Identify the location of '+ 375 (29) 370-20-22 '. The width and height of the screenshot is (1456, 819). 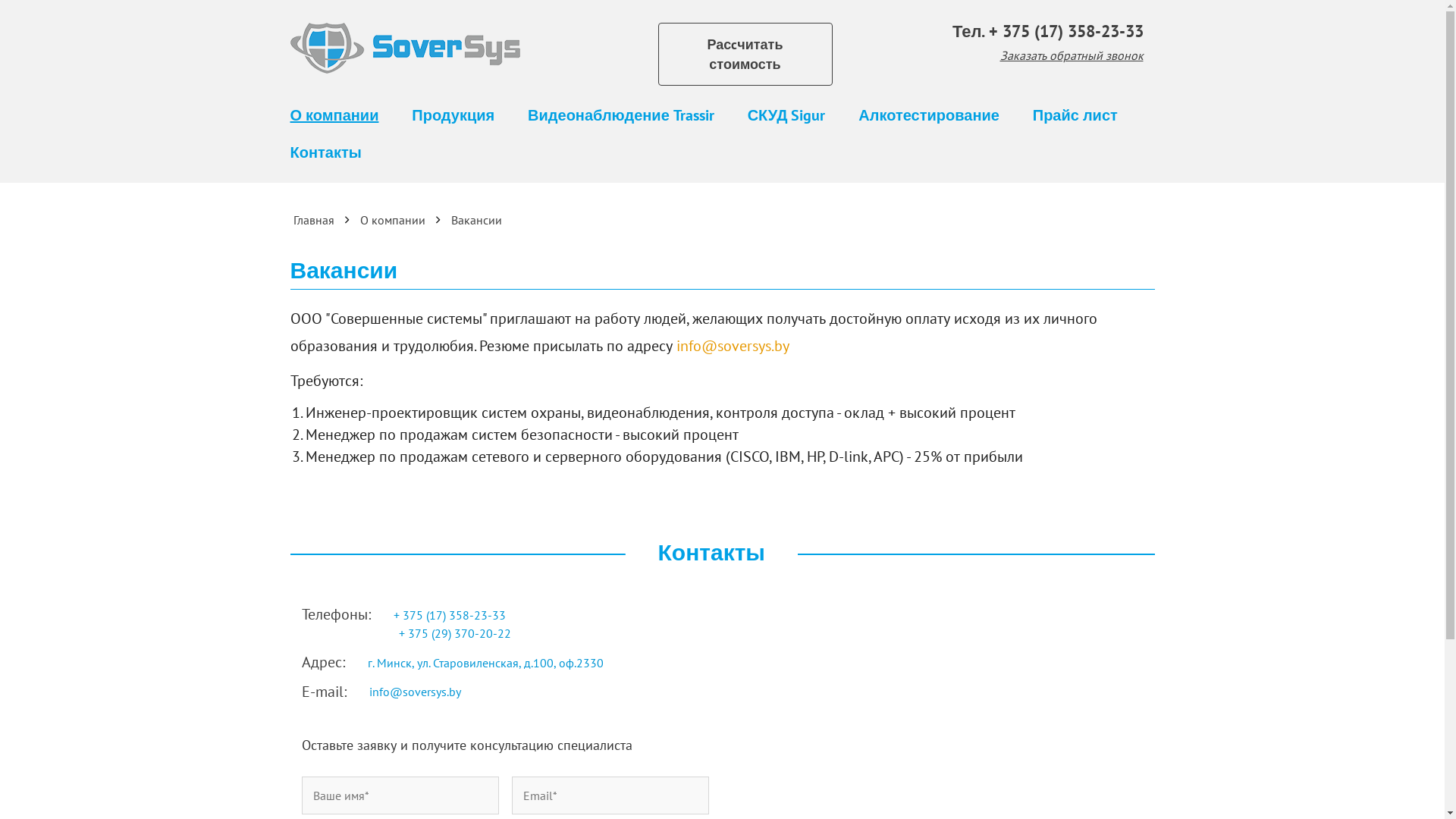
(399, 632).